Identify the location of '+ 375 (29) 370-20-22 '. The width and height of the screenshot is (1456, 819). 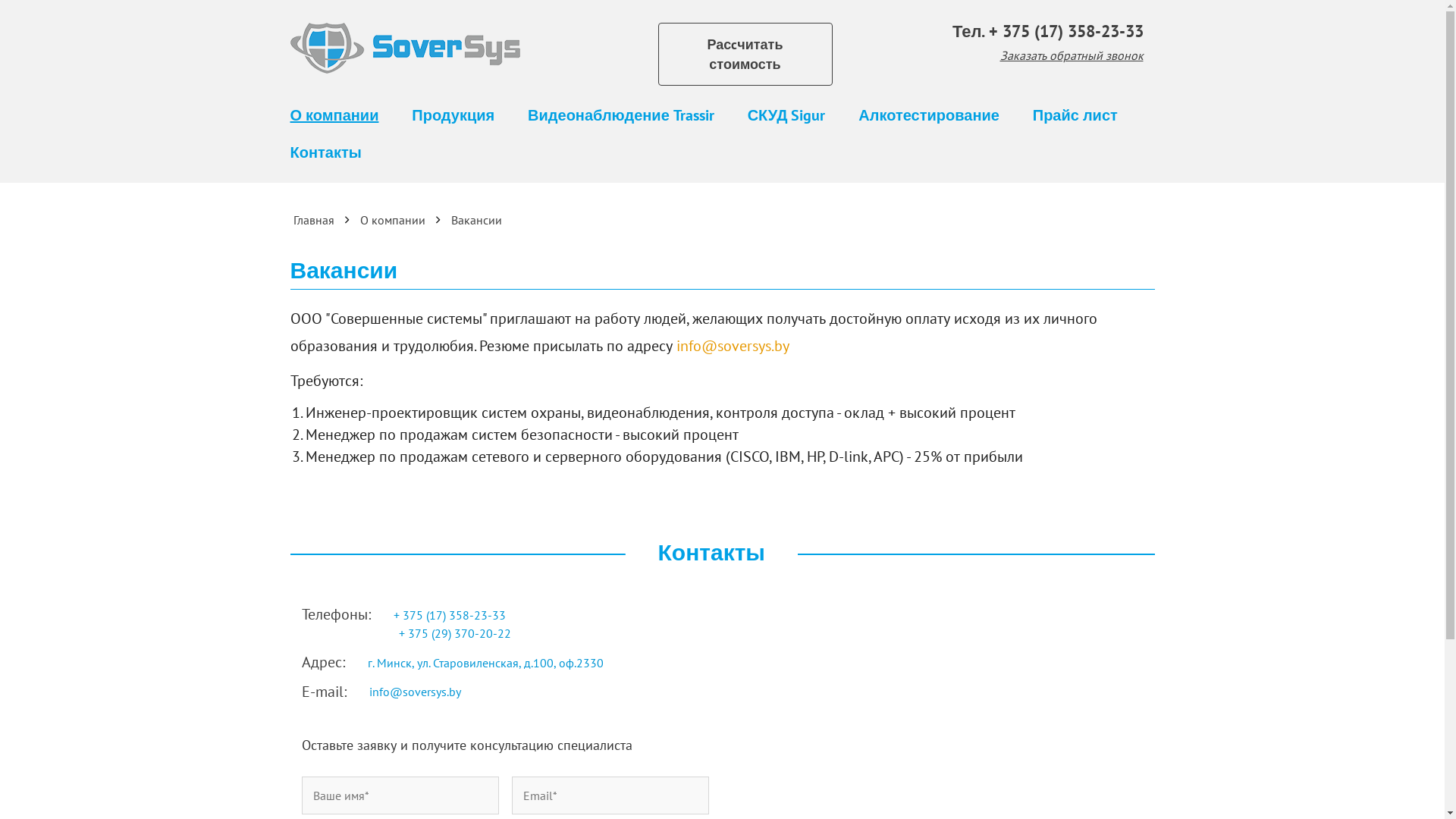
(399, 632).